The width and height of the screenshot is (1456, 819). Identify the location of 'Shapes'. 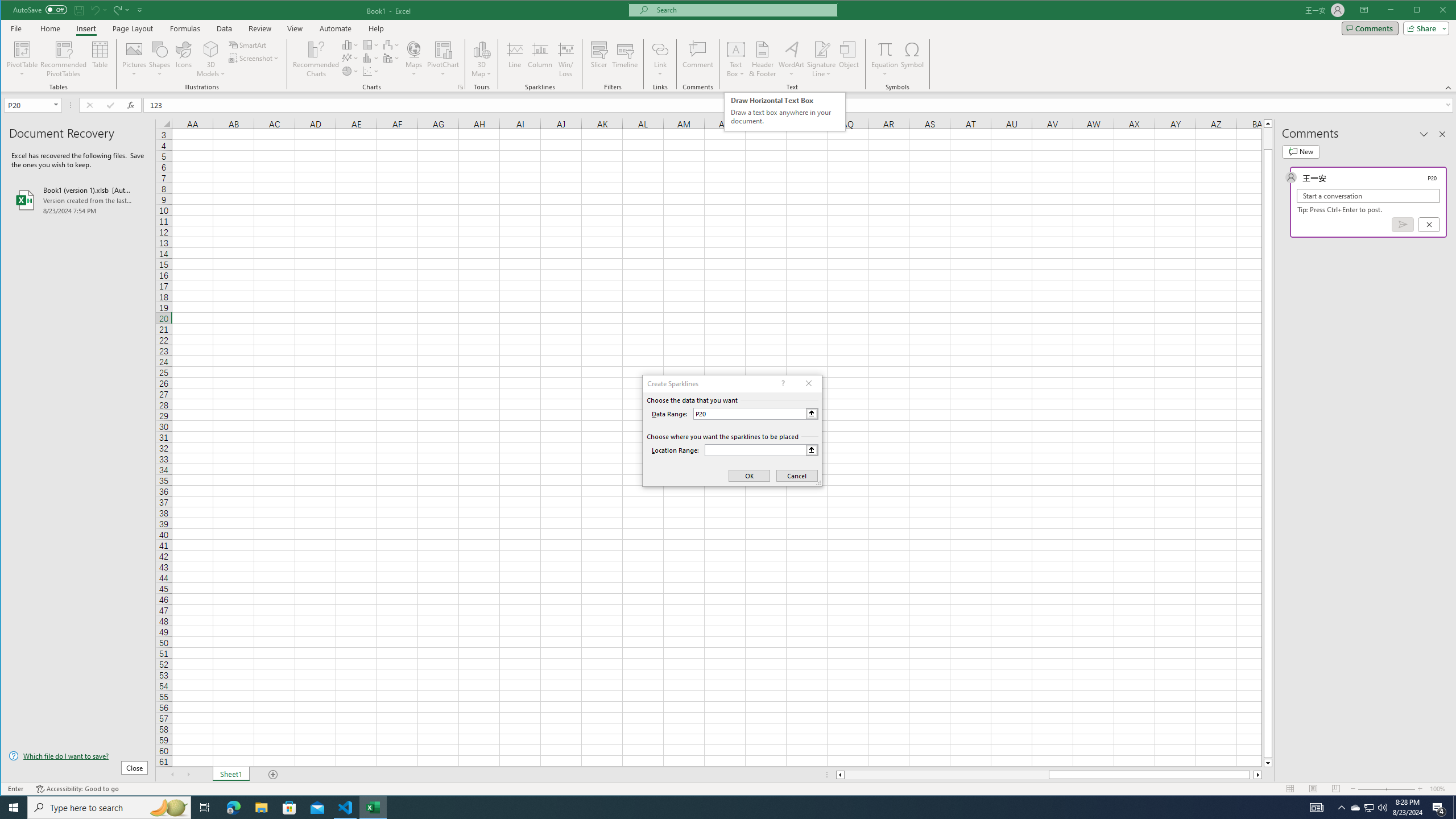
(160, 59).